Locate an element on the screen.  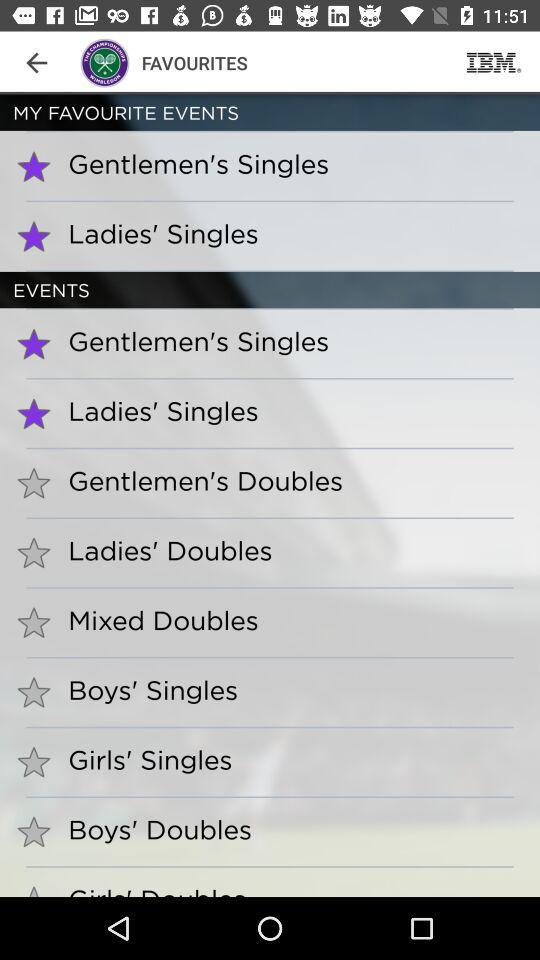
the item next to the favourites is located at coordinates (493, 62).